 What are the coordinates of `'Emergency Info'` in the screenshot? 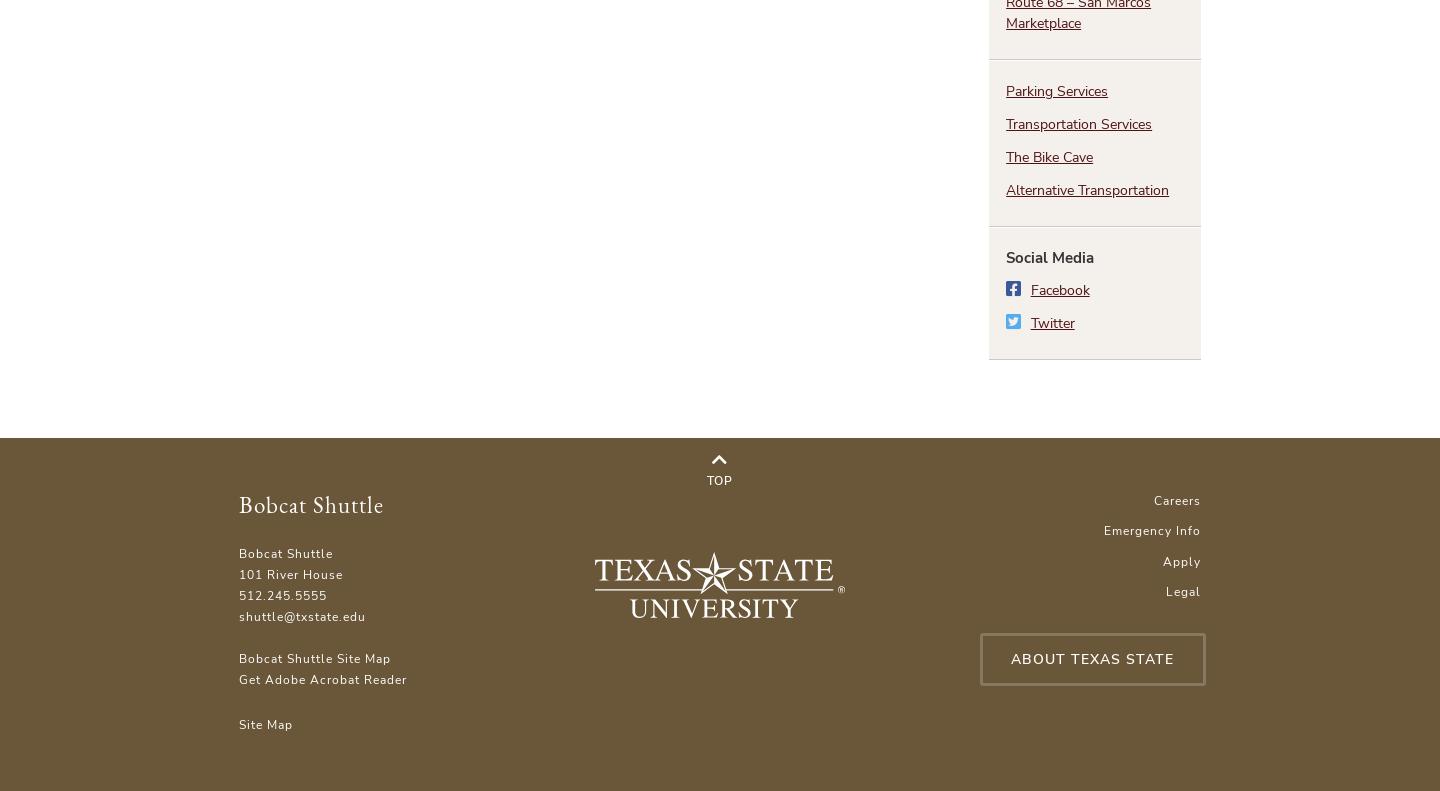 It's located at (1102, 530).